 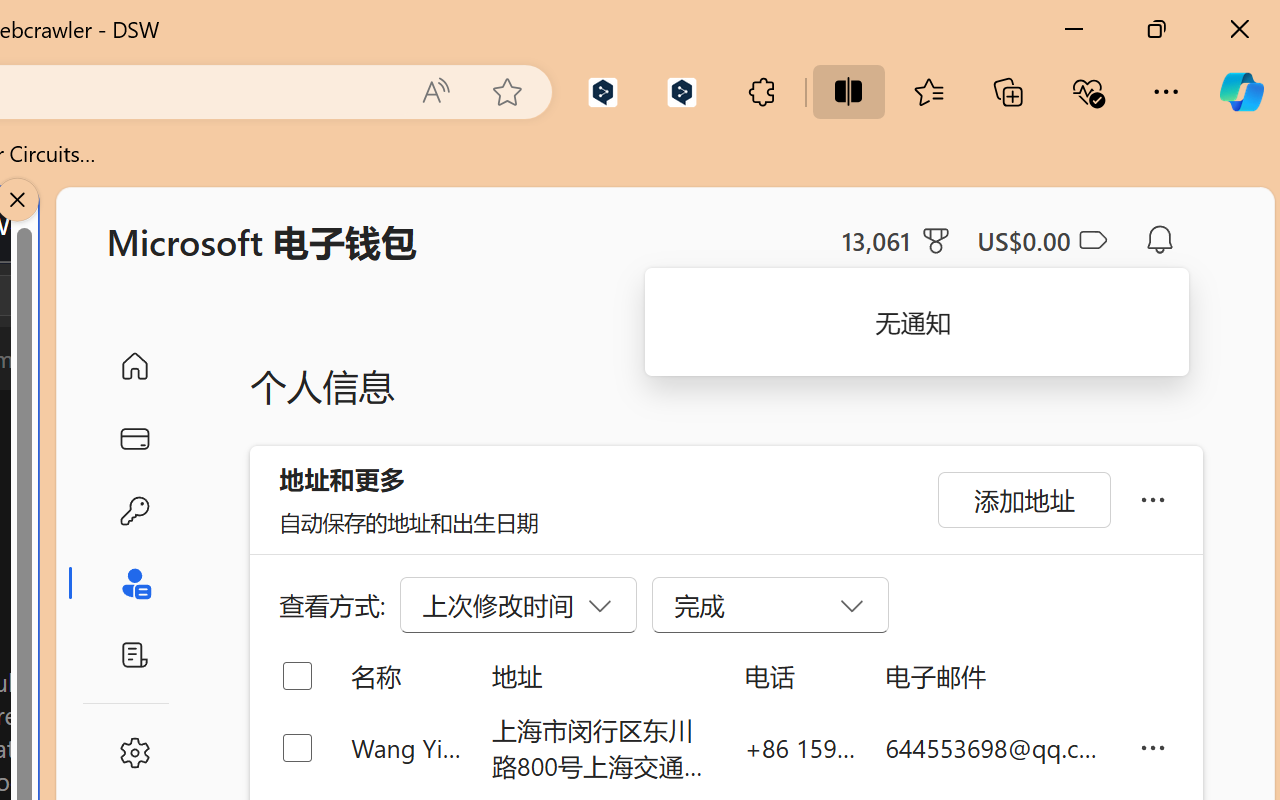 I want to click on '+86 159 0032 4640', so click(x=800, y=747).